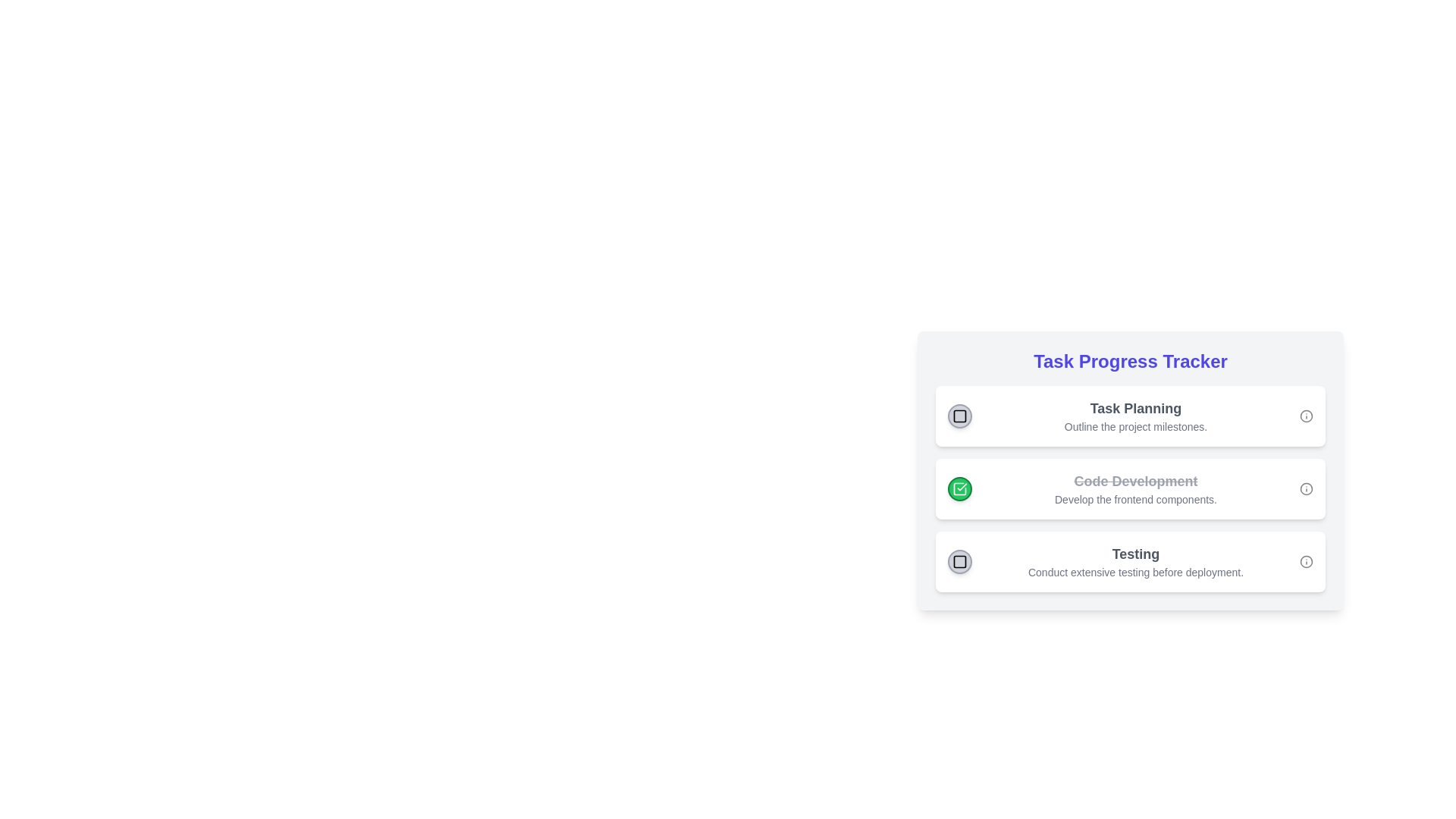  What do you see at coordinates (959, 416) in the screenshot?
I see `the non-interactive SVG square element that serves as a visual indicator under the 'Task Planning' title in the progress tracker card series` at bounding box center [959, 416].